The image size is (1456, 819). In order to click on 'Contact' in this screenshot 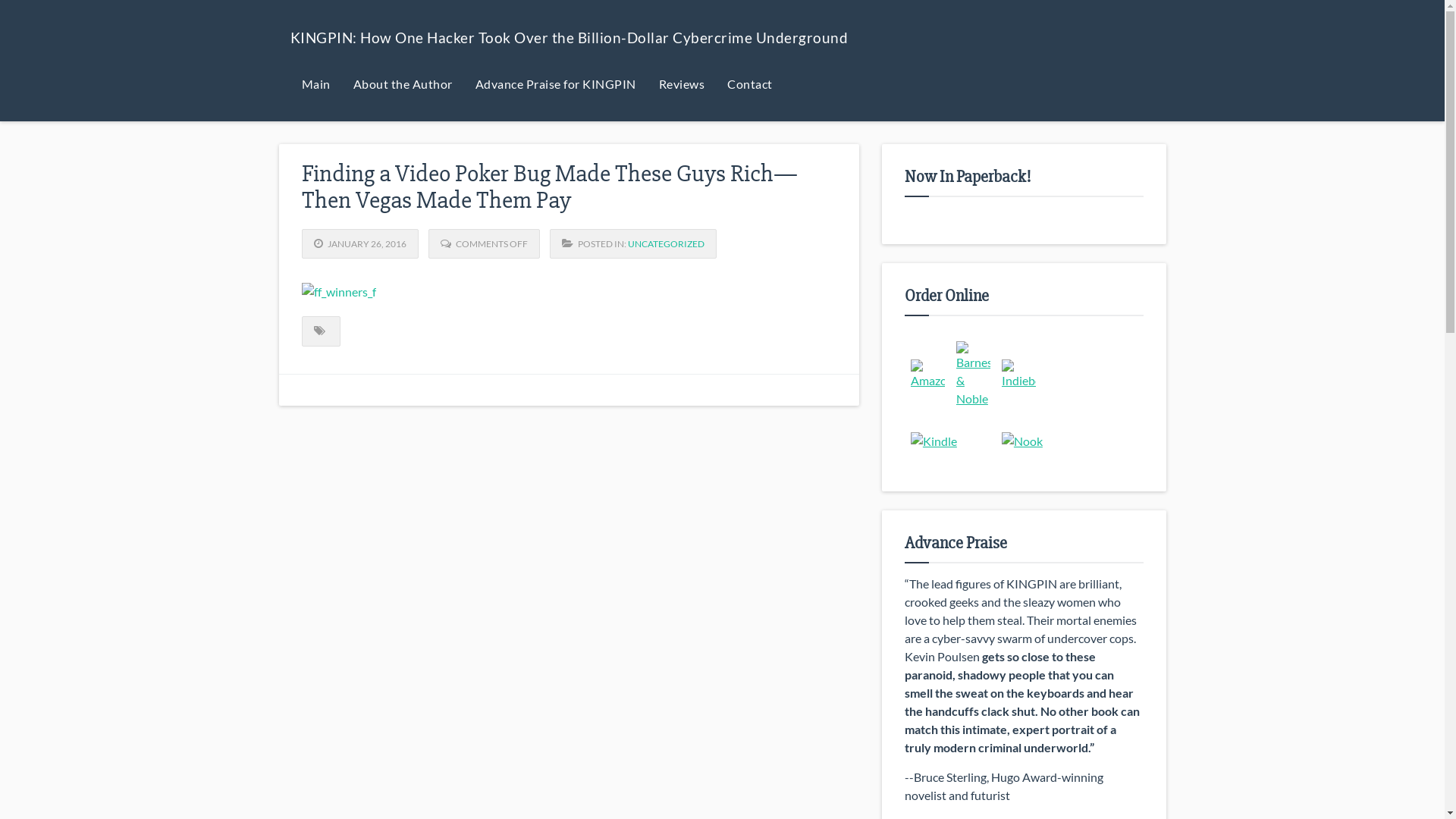, I will do `click(749, 83)`.